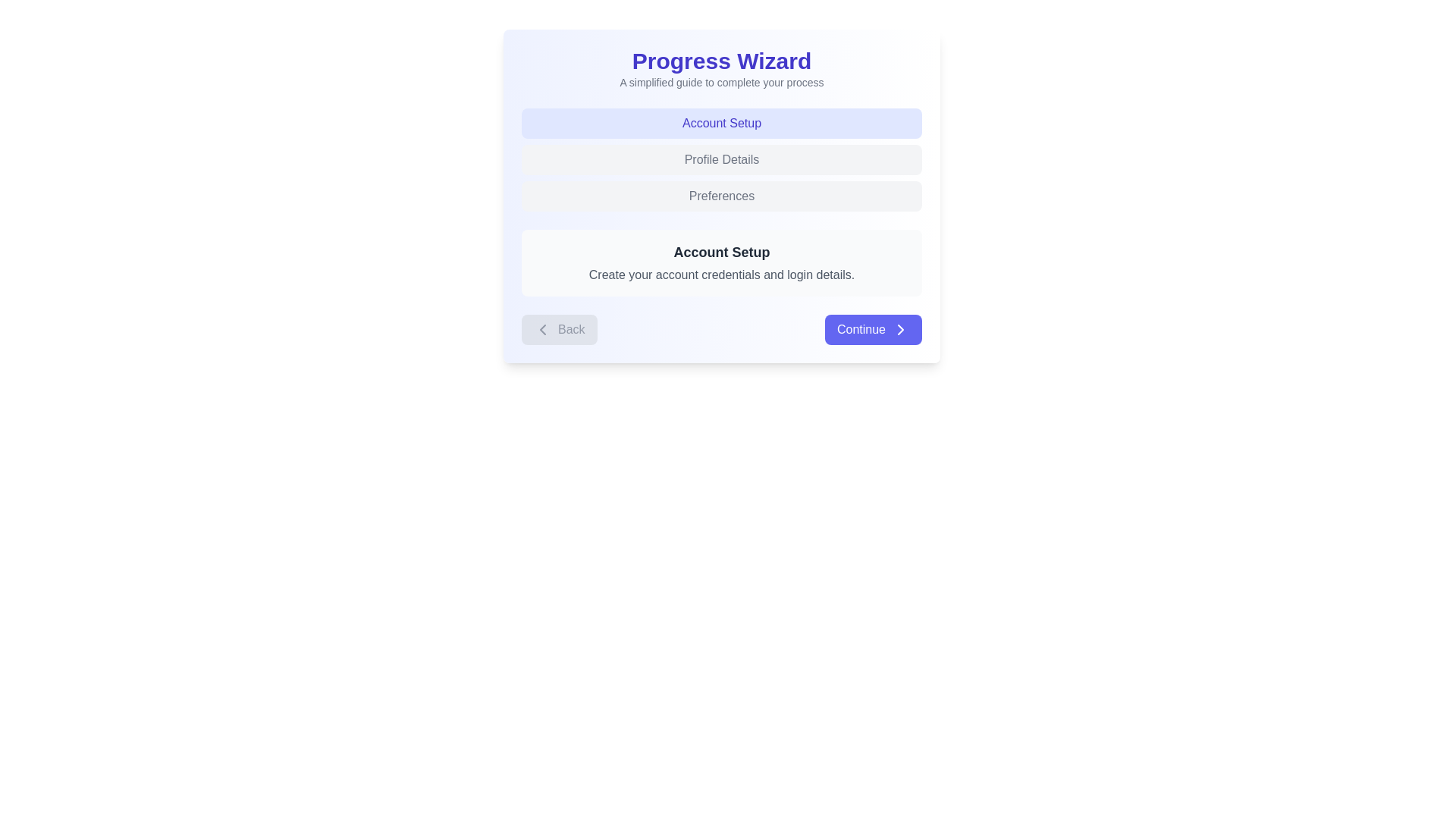 The image size is (1456, 819). I want to click on the 'Profile Details' tab in the Tabbed navigation component located under the 'Progress Wizard' heading, so click(720, 160).